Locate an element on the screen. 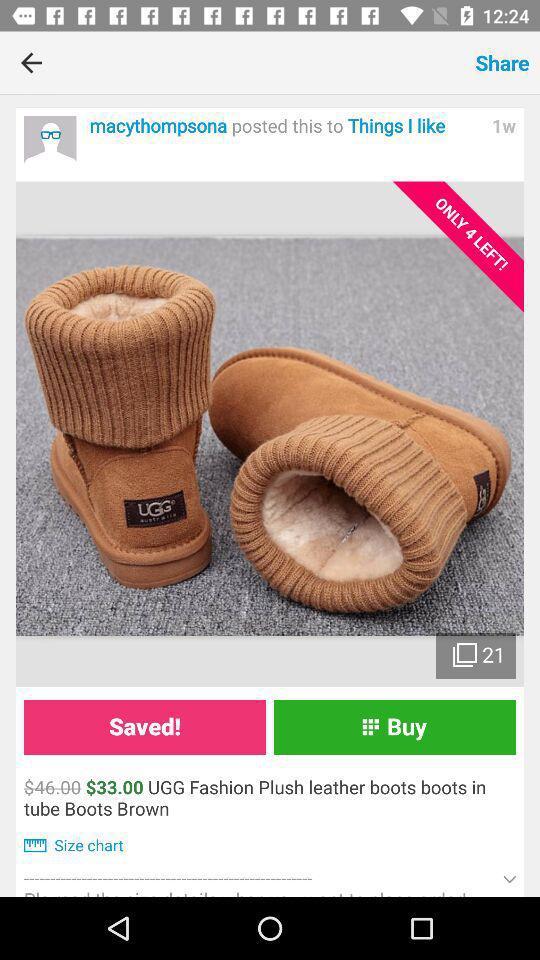  profile picture is located at coordinates (50, 141).